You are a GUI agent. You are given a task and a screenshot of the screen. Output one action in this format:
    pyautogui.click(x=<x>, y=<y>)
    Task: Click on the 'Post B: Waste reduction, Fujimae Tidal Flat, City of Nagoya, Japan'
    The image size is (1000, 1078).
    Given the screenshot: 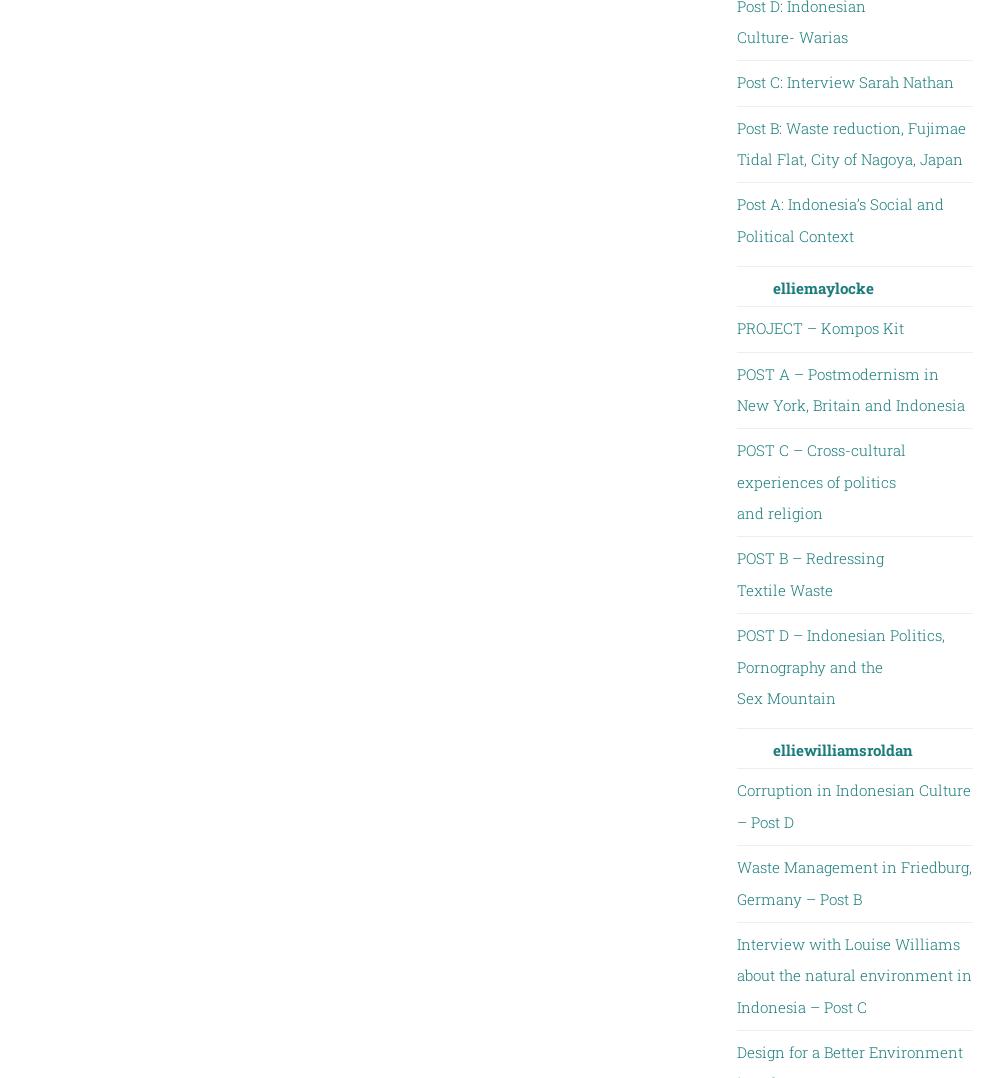 What is the action you would take?
    pyautogui.click(x=849, y=143)
    